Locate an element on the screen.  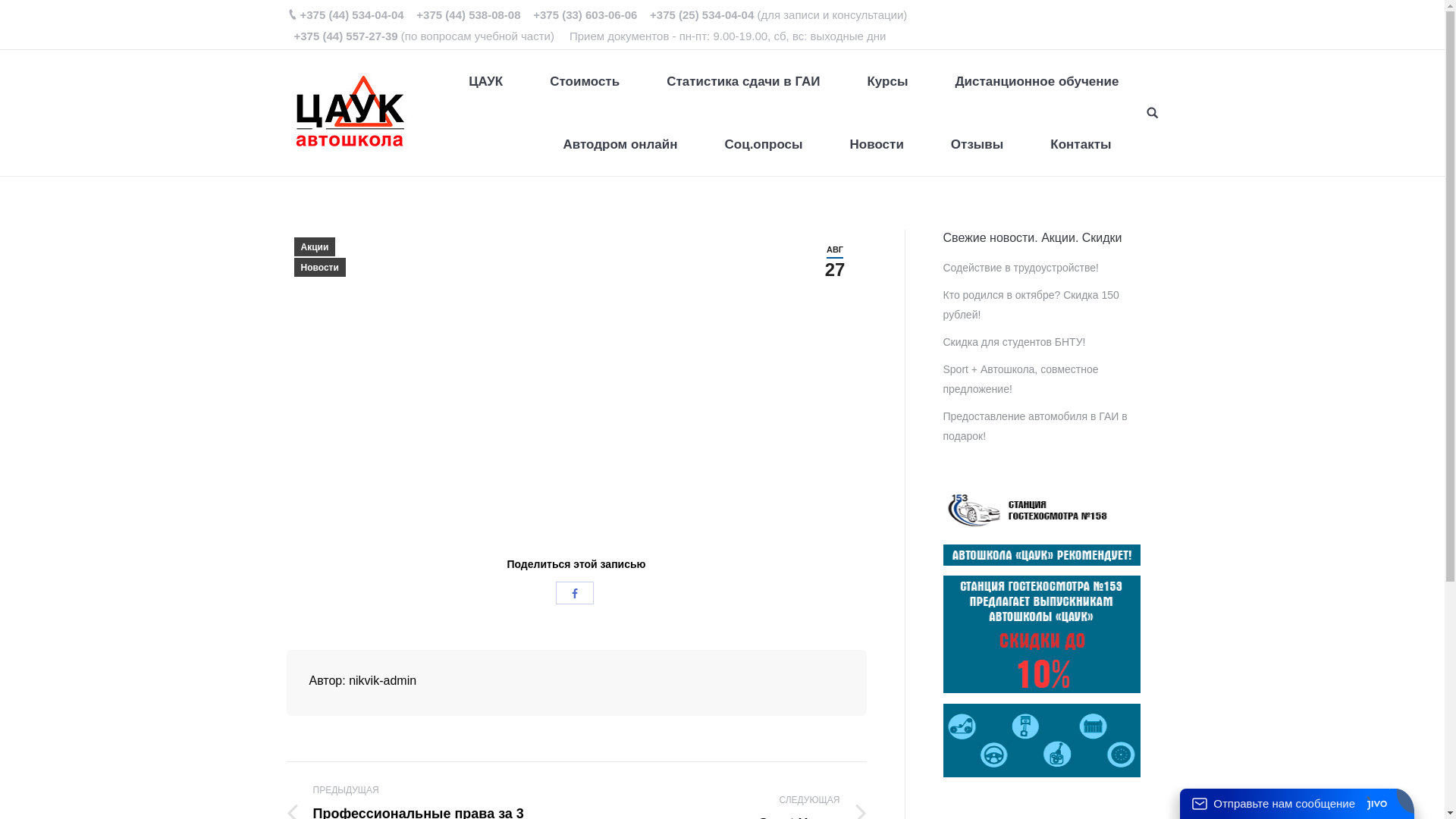
'Facebook' is located at coordinates (574, 591).